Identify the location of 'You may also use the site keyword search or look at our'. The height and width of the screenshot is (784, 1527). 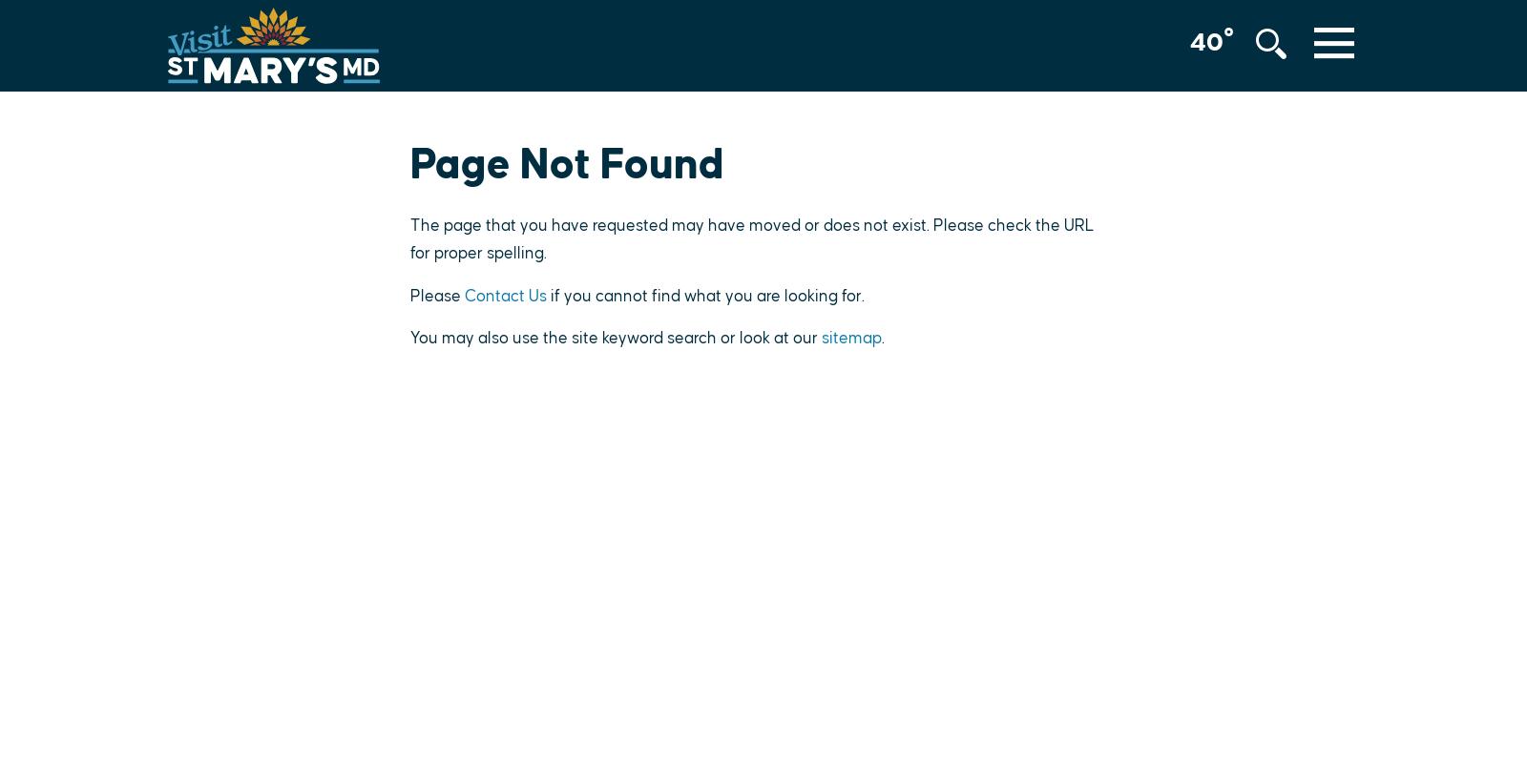
(616, 338).